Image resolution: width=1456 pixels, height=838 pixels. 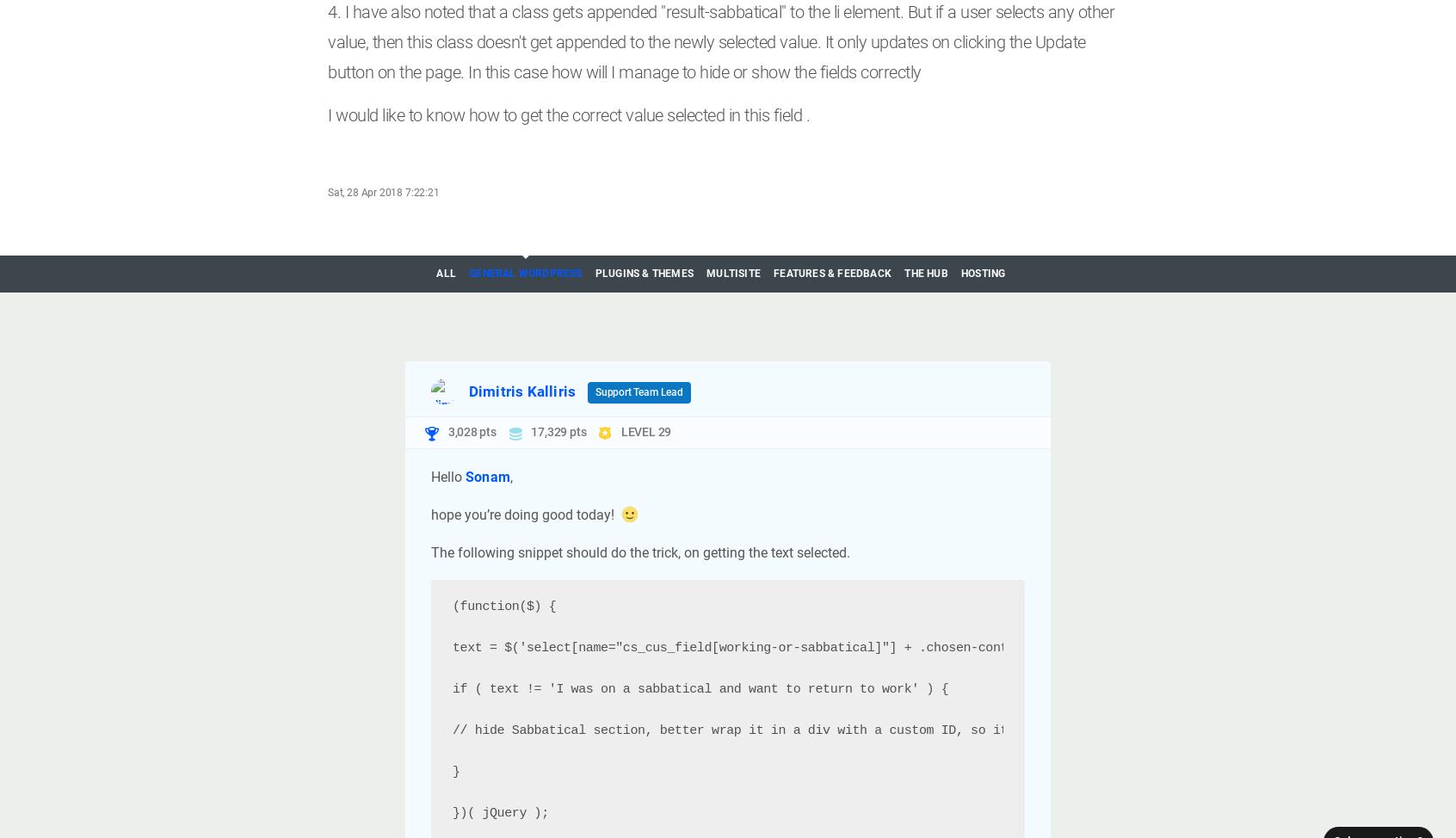 What do you see at coordinates (524, 272) in the screenshot?
I see `'General WordPress'` at bounding box center [524, 272].